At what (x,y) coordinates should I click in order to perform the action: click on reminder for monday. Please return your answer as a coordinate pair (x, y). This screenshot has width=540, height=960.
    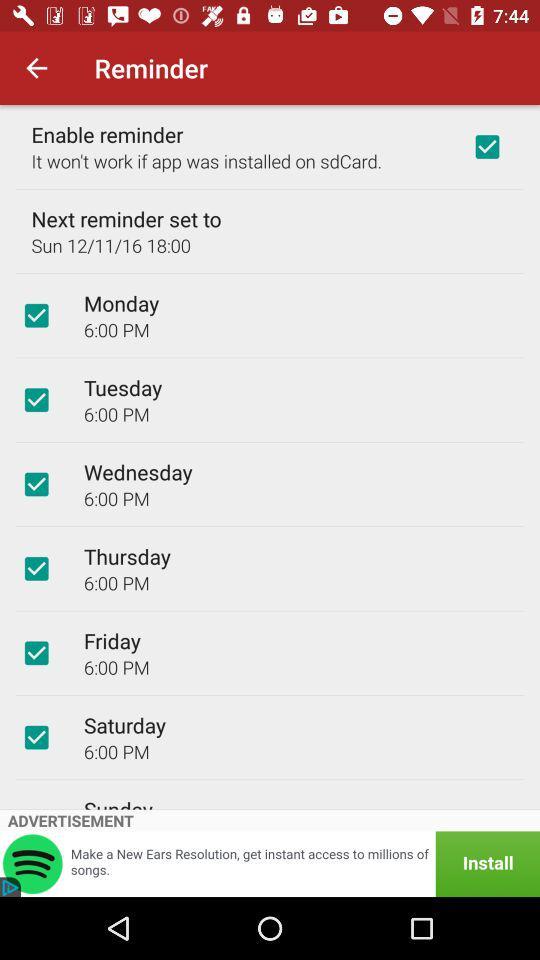
    Looking at the image, I should click on (36, 315).